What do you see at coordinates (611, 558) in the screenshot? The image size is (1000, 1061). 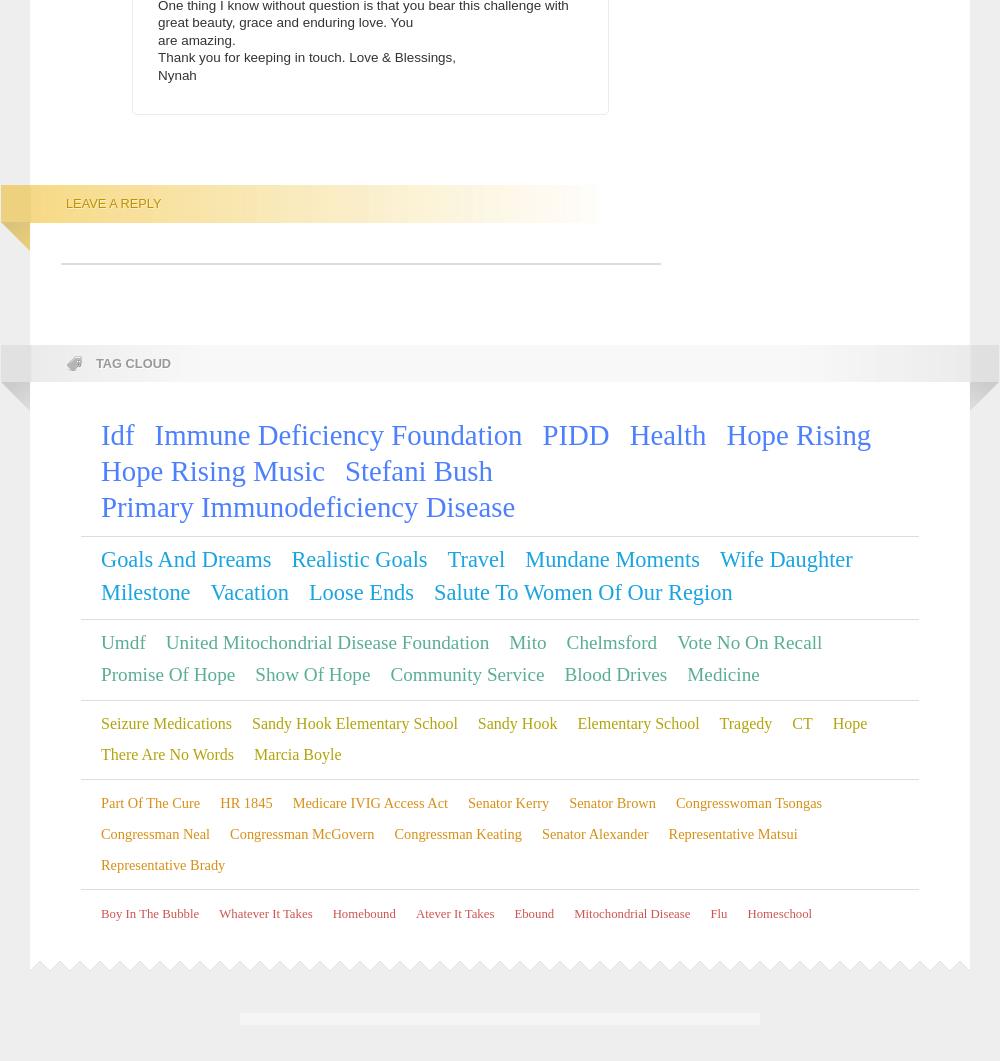 I see `'mundane moments'` at bounding box center [611, 558].